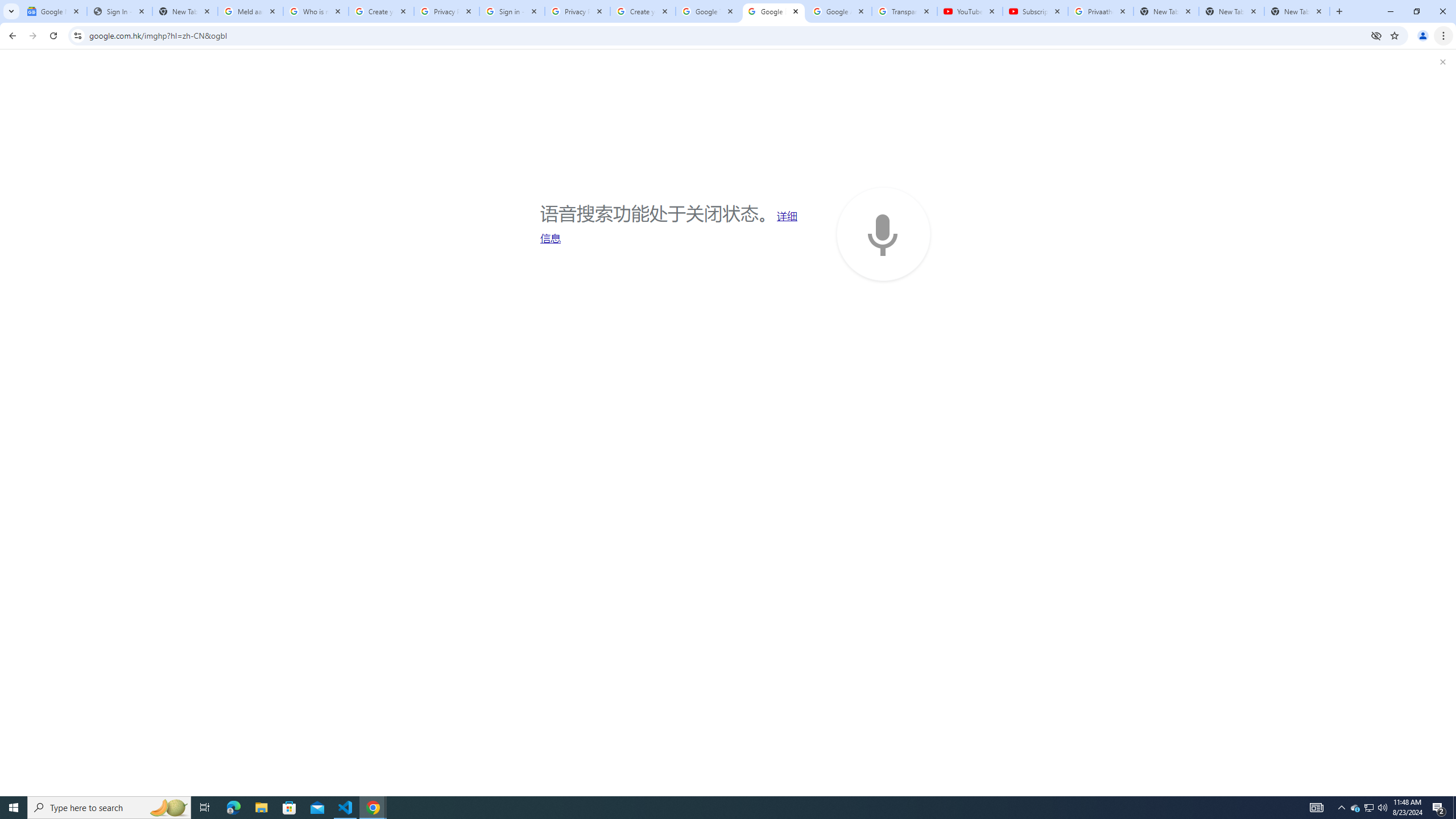 This screenshot has height=819, width=1456. I want to click on 'Subscriptions - YouTube', so click(1035, 11).